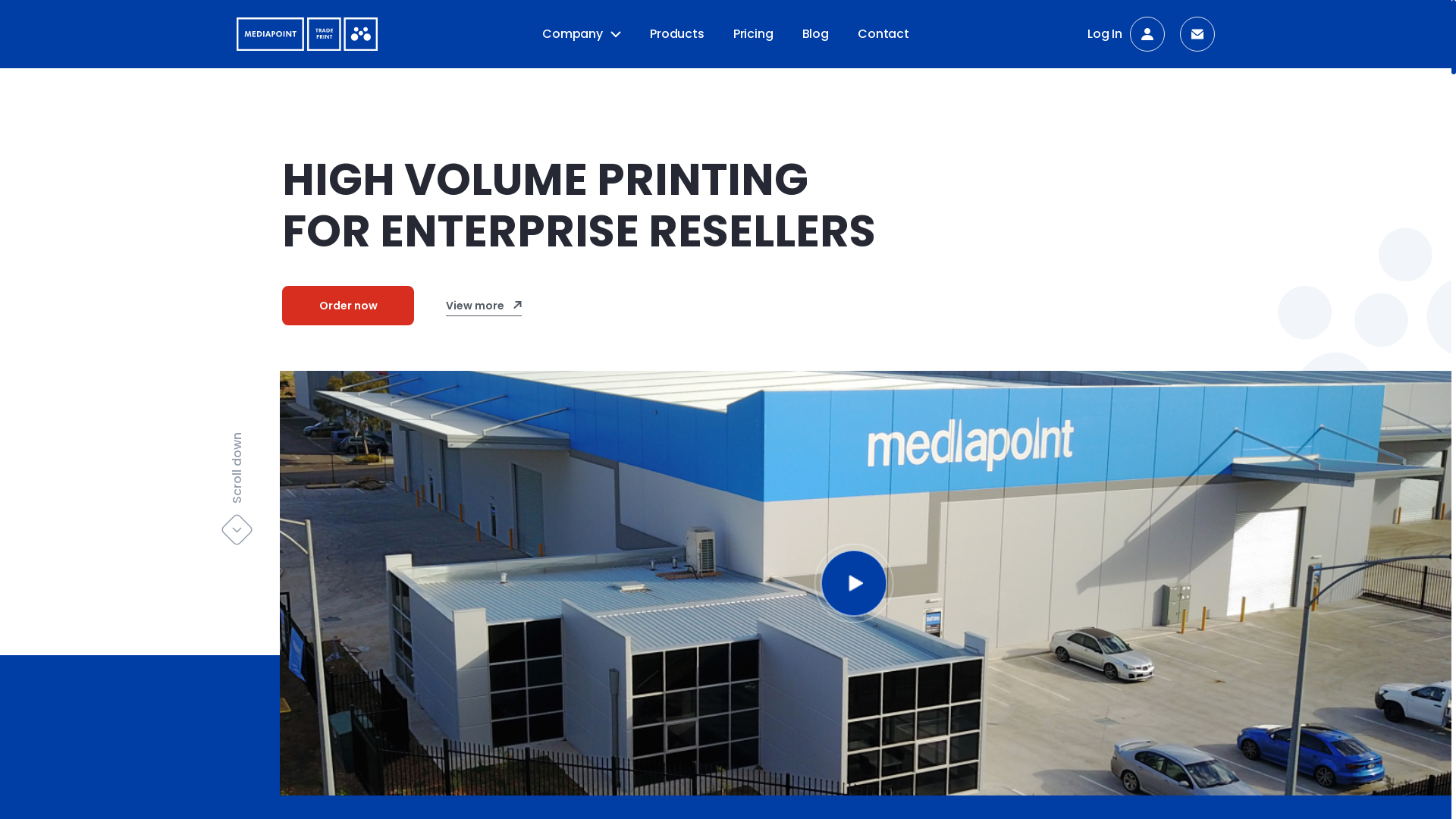 Image resolution: width=1456 pixels, height=819 pixels. I want to click on 'Blog', so click(814, 33).